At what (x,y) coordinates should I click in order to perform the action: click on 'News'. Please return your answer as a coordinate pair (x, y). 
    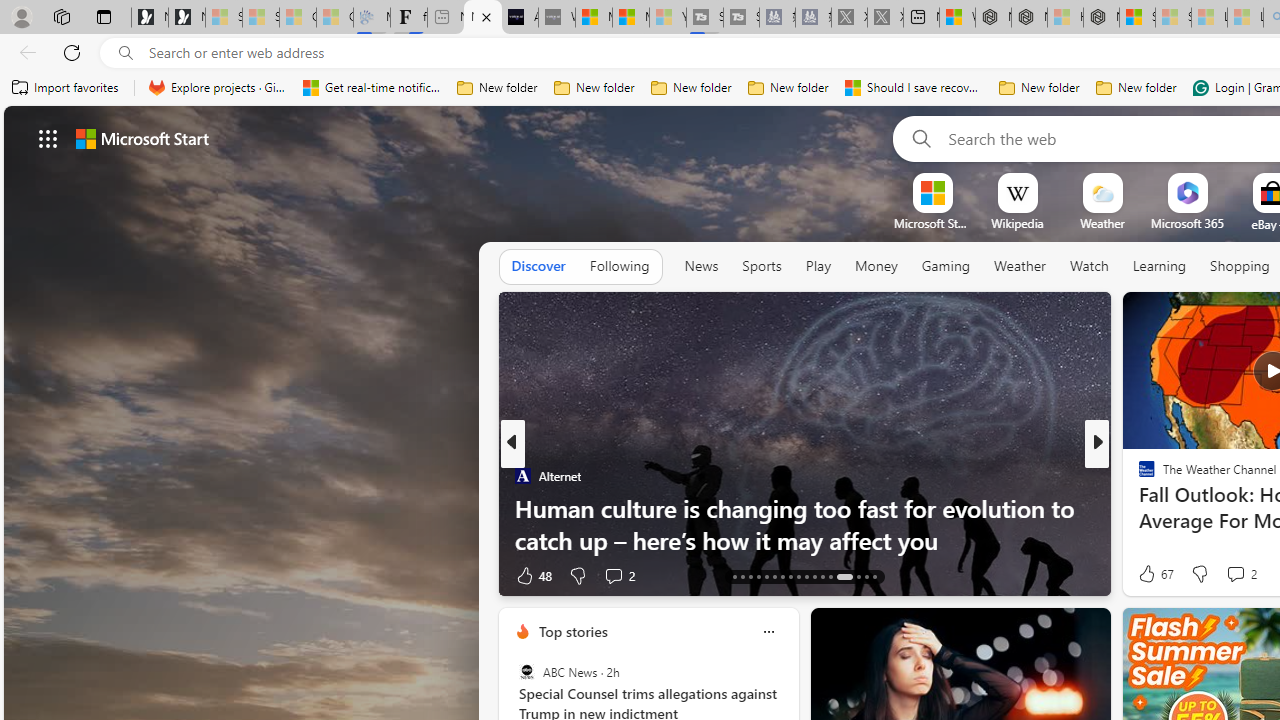
    Looking at the image, I should click on (701, 266).